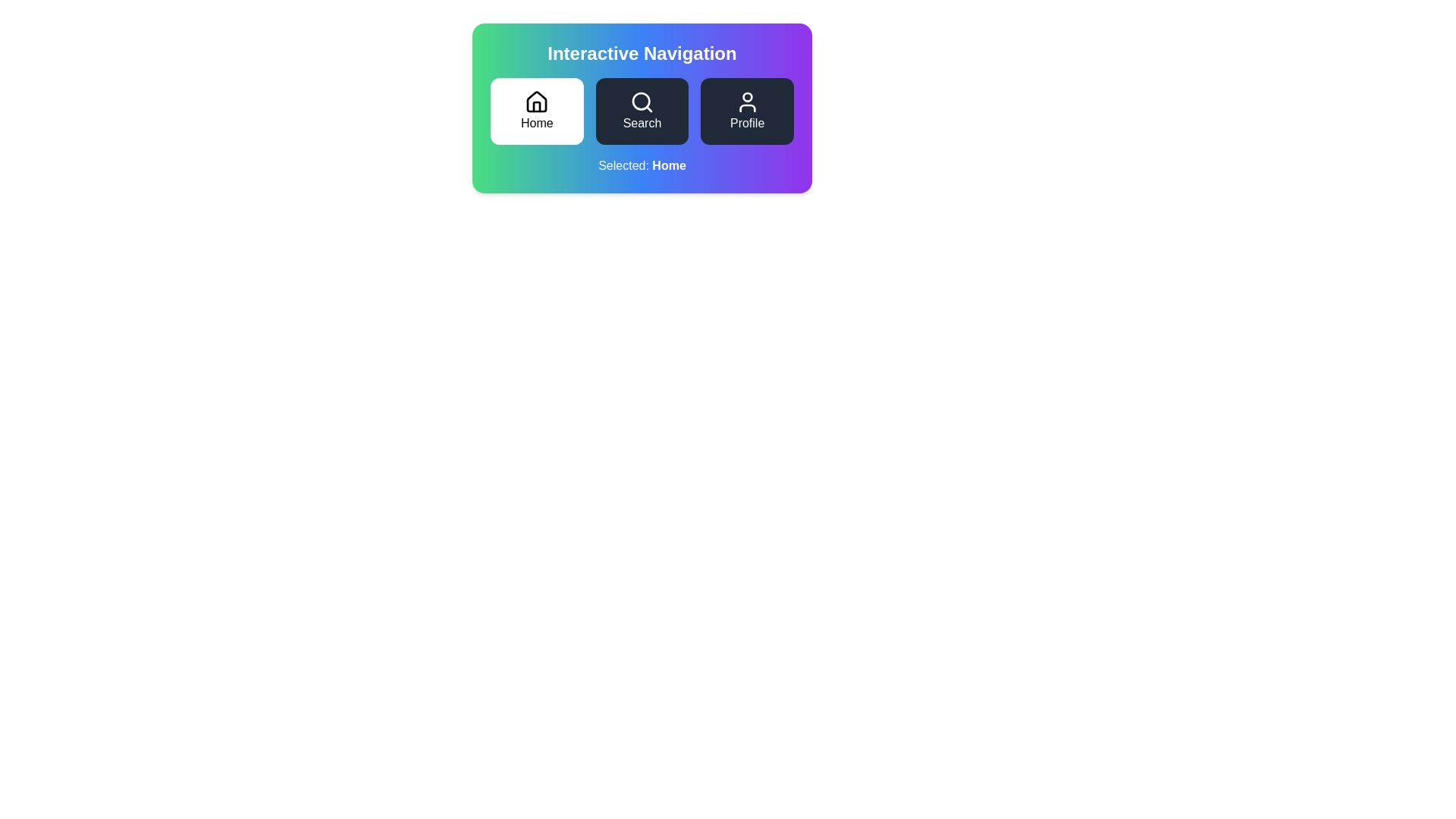 The width and height of the screenshot is (1456, 819). Describe the element at coordinates (537, 110) in the screenshot. I see `the 'Home' button, which is a rectangular button with rounded corners, white background, and black text featuring a house icon above the text, located at the far left of the navigation bar` at that location.